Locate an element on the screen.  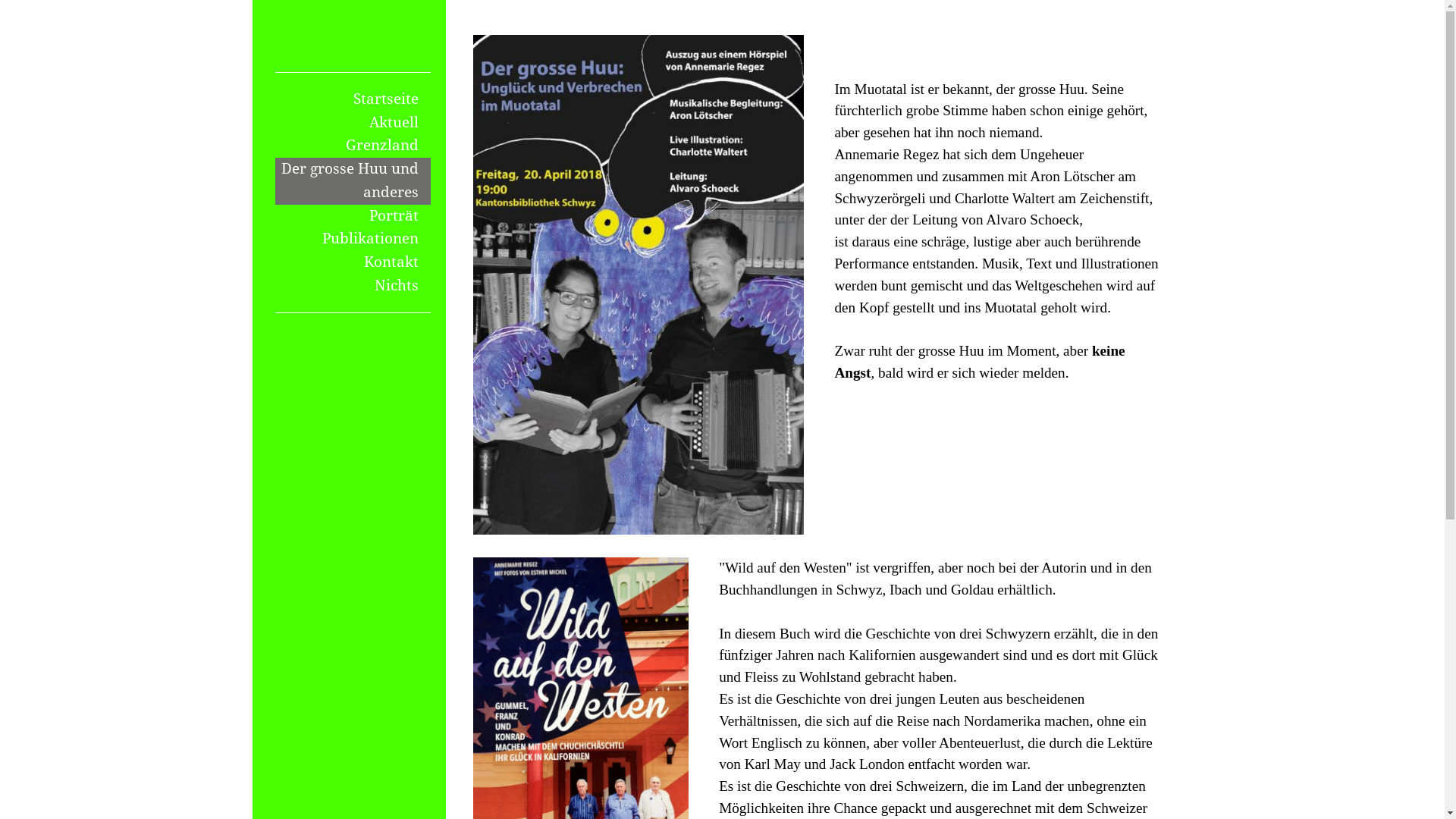
'Kontakt' is located at coordinates (274, 262).